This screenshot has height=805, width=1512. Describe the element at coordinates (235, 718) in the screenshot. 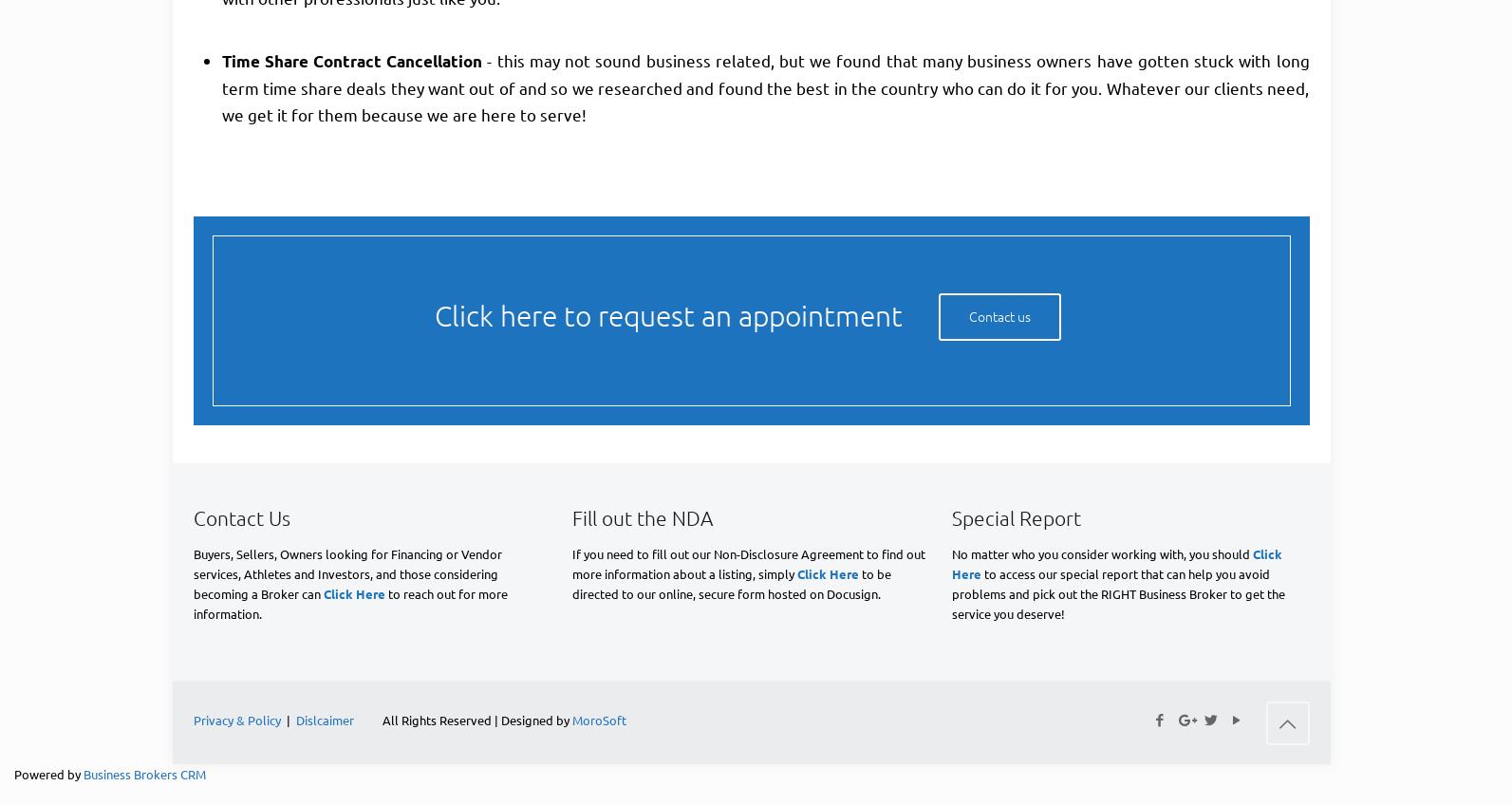

I see `'Privacy & Policy'` at that location.